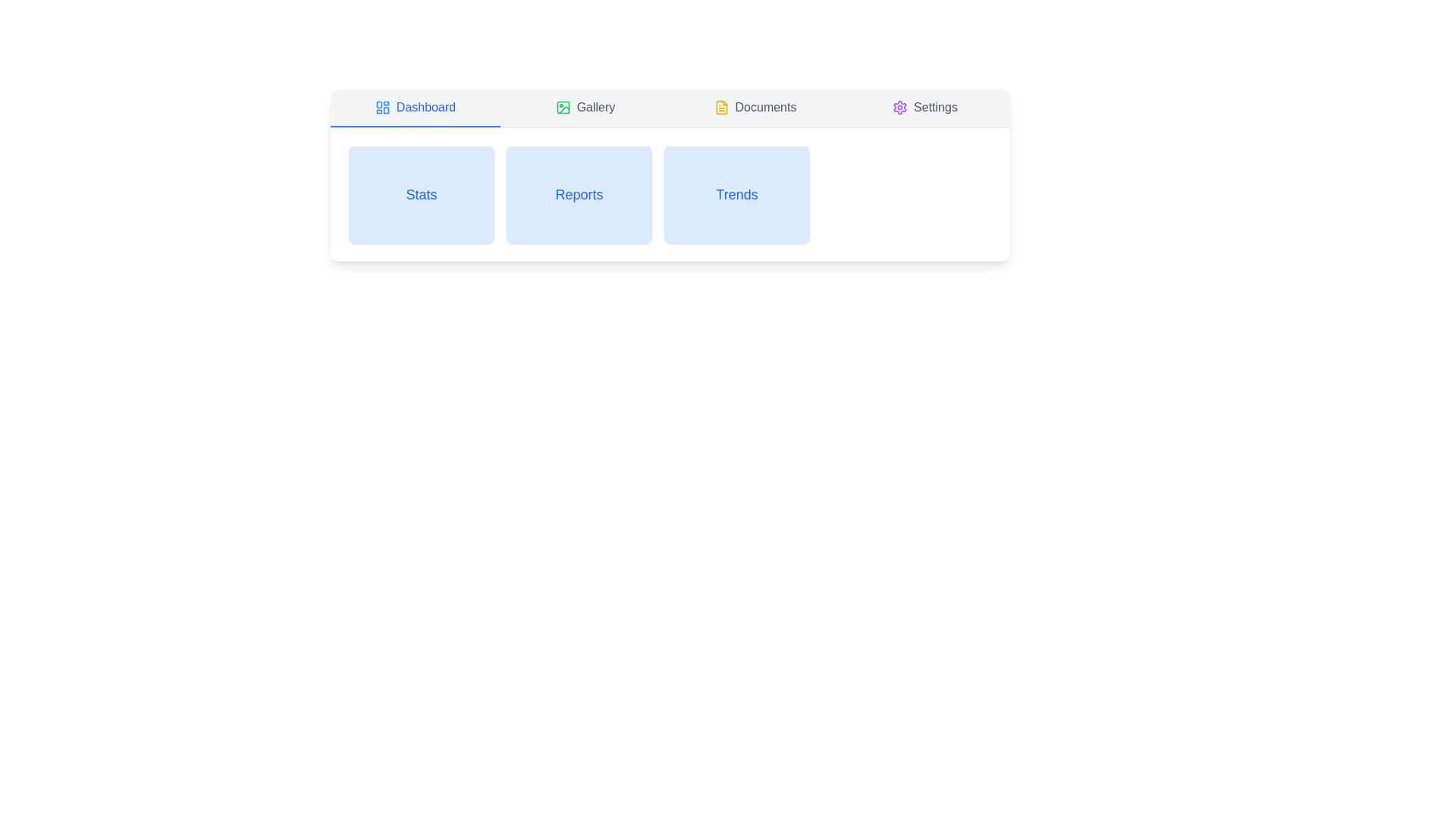 Image resolution: width=1456 pixels, height=819 pixels. Describe the element at coordinates (924, 107) in the screenshot. I see `the settings button located in the top navigation bar, the fourth item after 'Dashboard', 'Gallery', and 'Documents'` at that location.